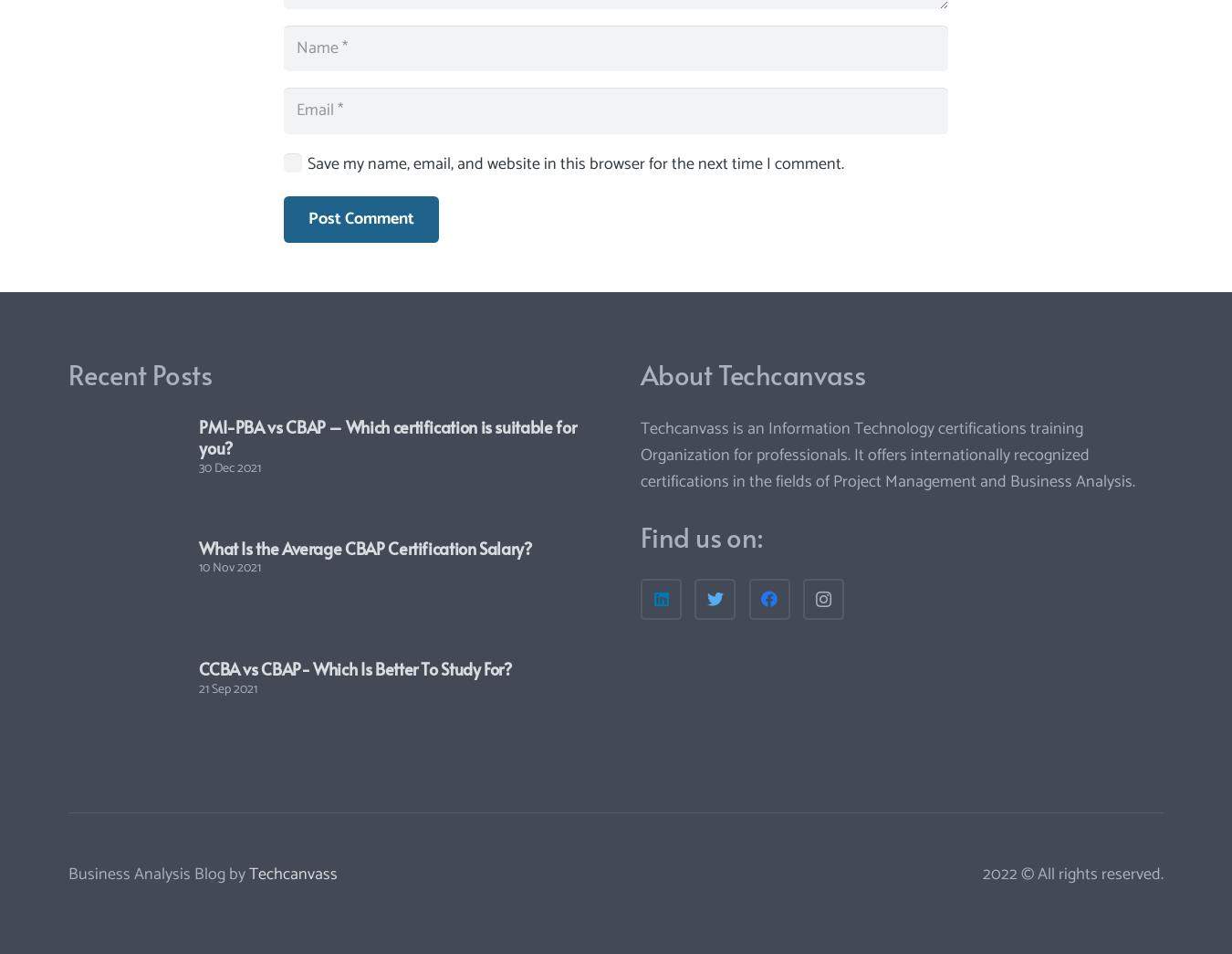  What do you see at coordinates (227, 687) in the screenshot?
I see `'21 Sep 2021'` at bounding box center [227, 687].